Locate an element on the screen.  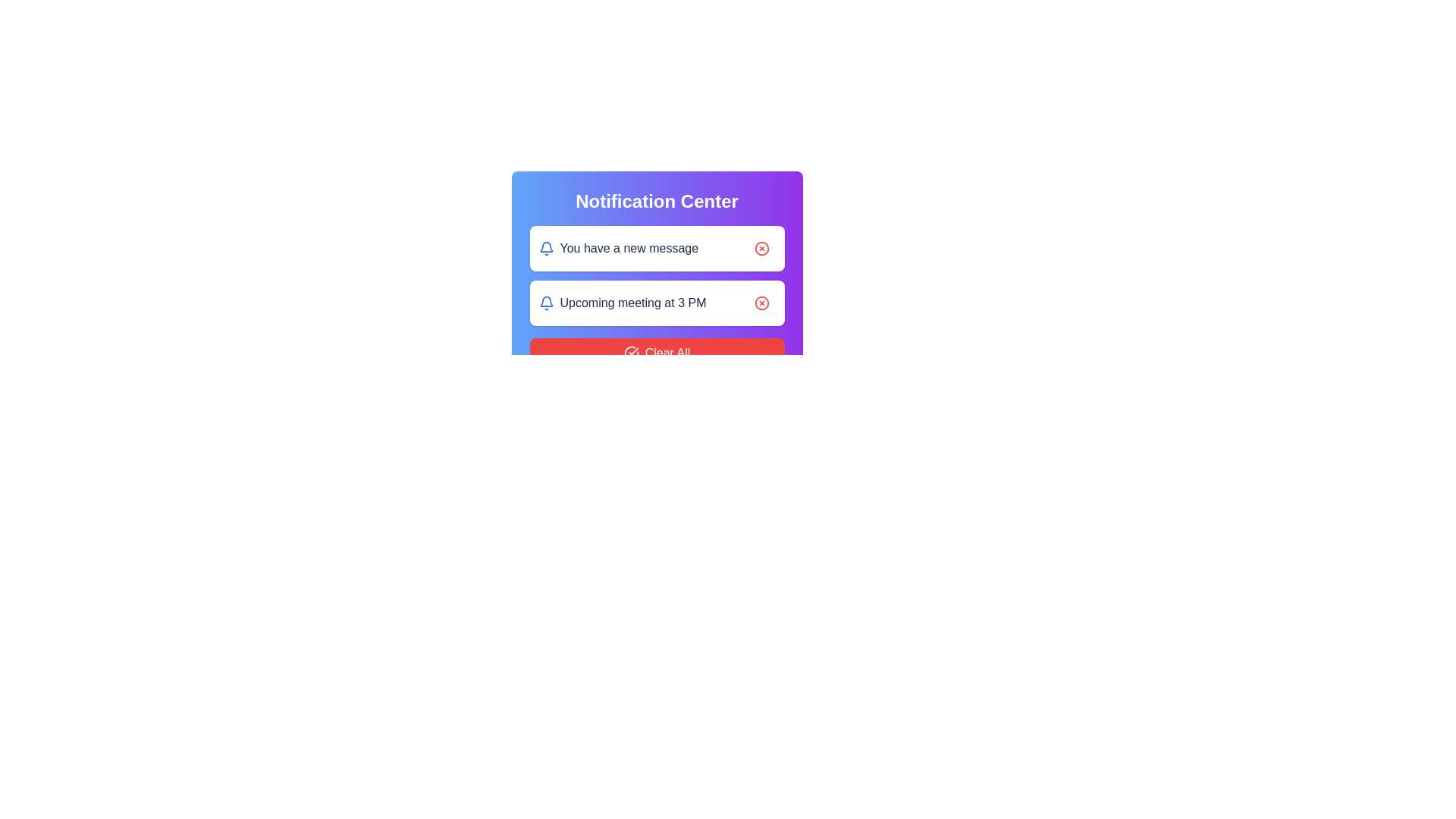
the notification icon located in the upper left corner of the notification tray, which indicates the presence of new notifications is located at coordinates (546, 301).